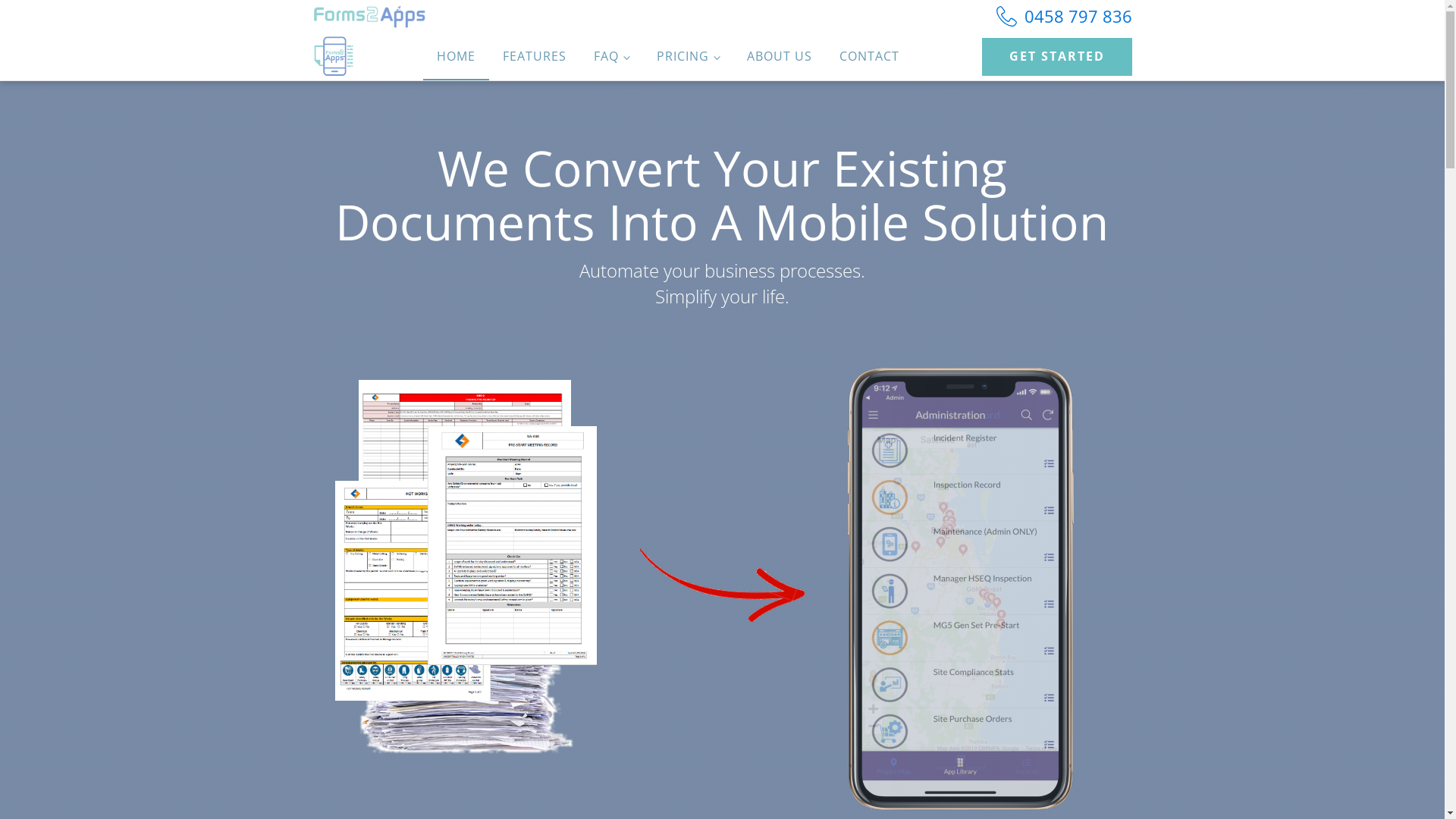 This screenshot has height=819, width=1456. What do you see at coordinates (611, 55) in the screenshot?
I see `'FAQ'` at bounding box center [611, 55].